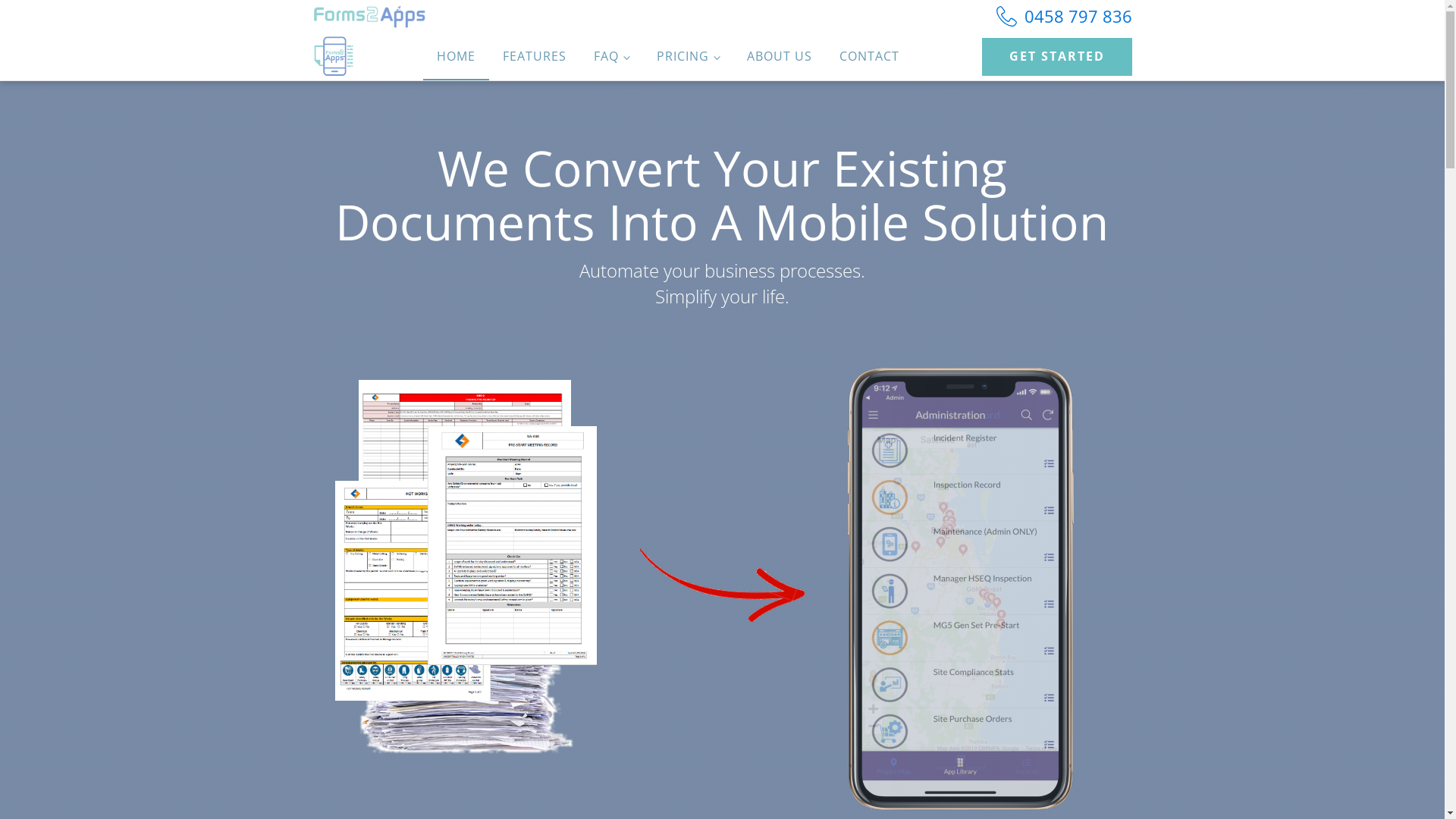 This screenshot has height=819, width=1456. What do you see at coordinates (611, 55) in the screenshot?
I see `'FAQ'` at bounding box center [611, 55].